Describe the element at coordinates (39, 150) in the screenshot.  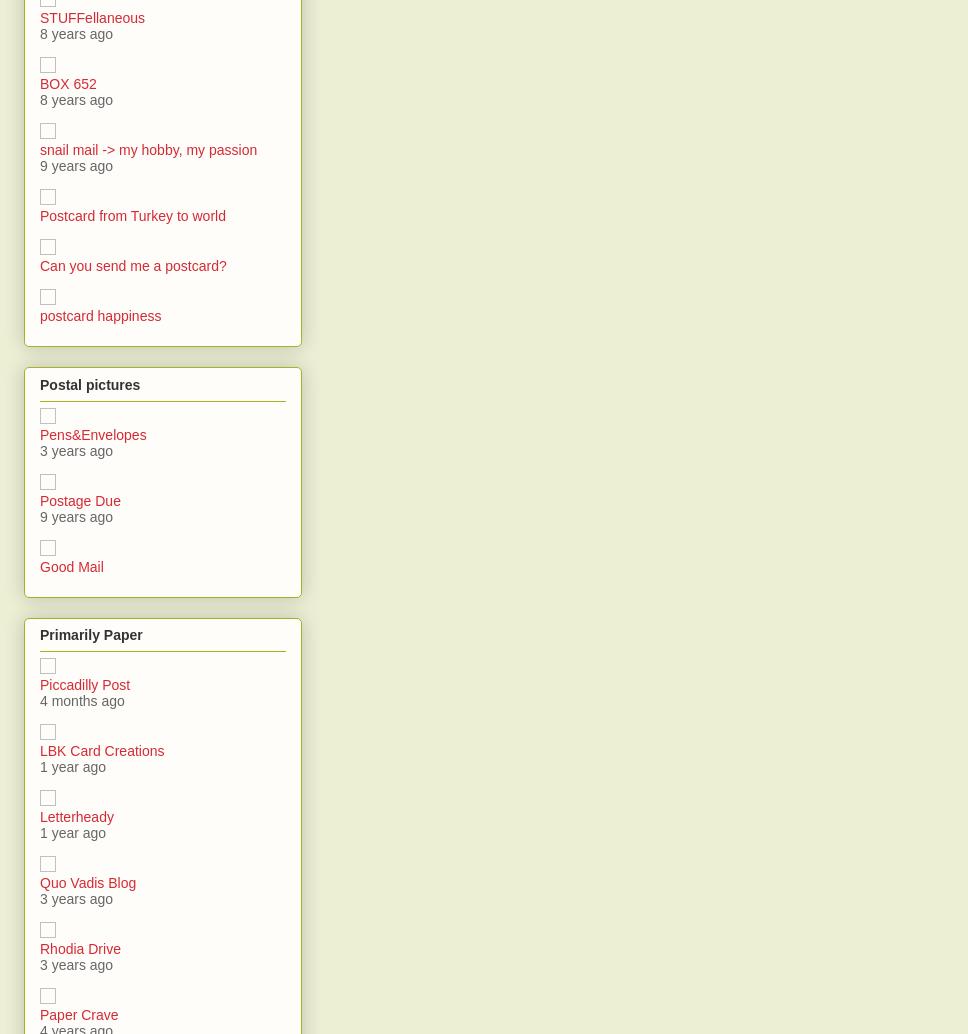
I see `'snail mail -> my hobby, my passion'` at that location.